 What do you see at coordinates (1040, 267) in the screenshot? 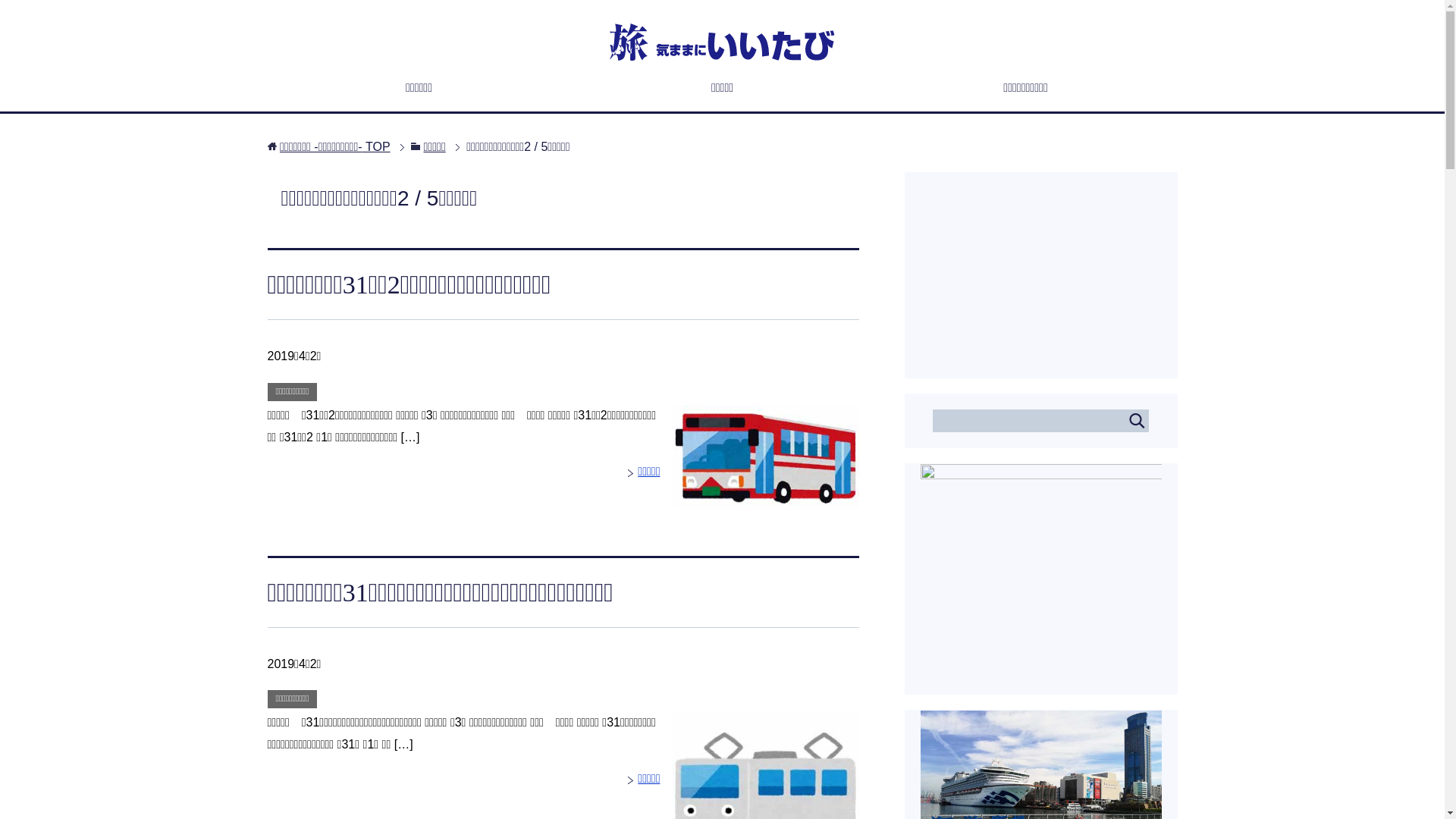
I see `'Advertisement'` at bounding box center [1040, 267].